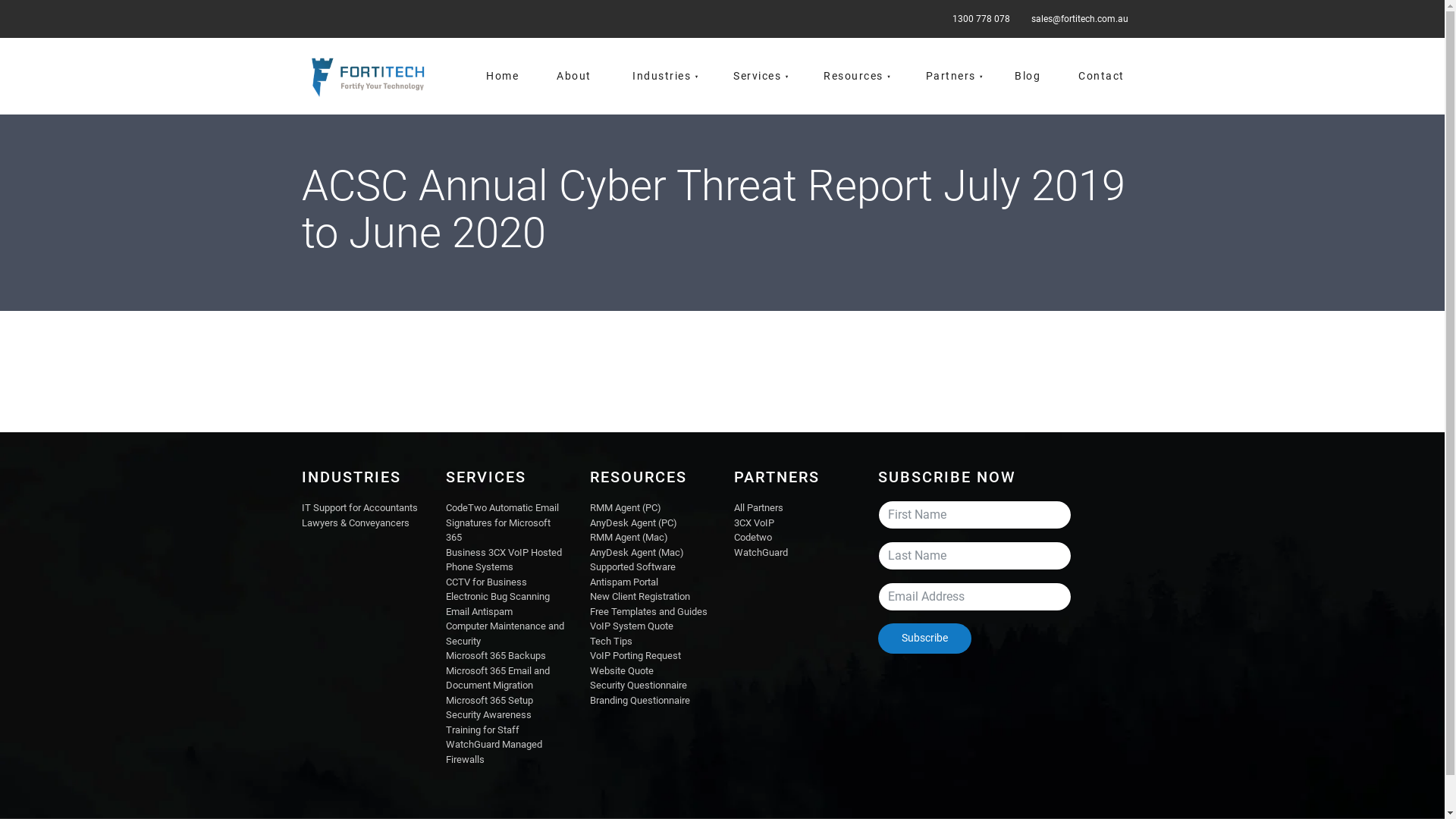  I want to click on 'VoIP System Quote', so click(632, 626).